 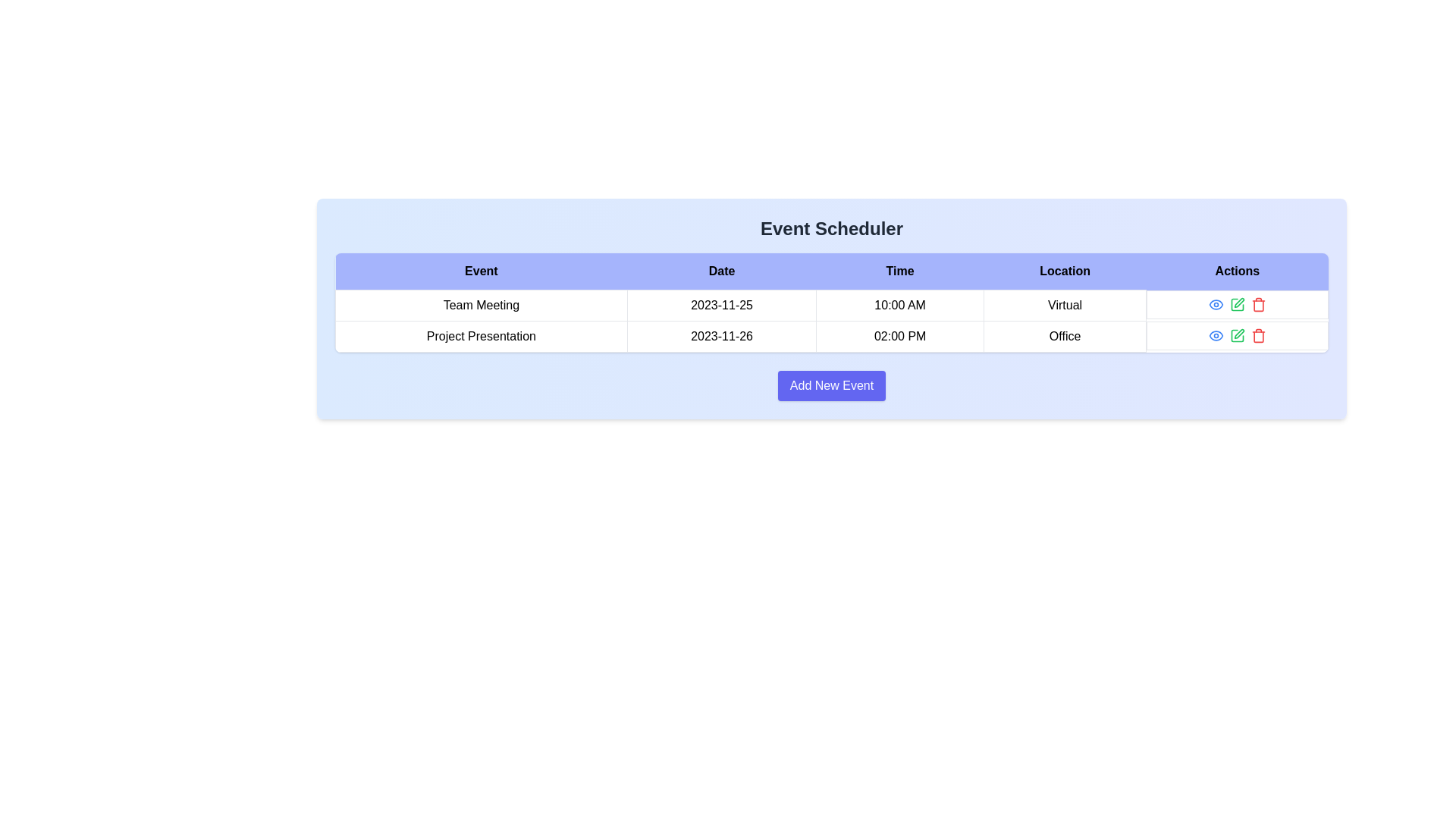 What do you see at coordinates (900, 305) in the screenshot?
I see `the static text content in the third column of the first row of the event schedule grid, which provides the schedule time for the associated event` at bounding box center [900, 305].